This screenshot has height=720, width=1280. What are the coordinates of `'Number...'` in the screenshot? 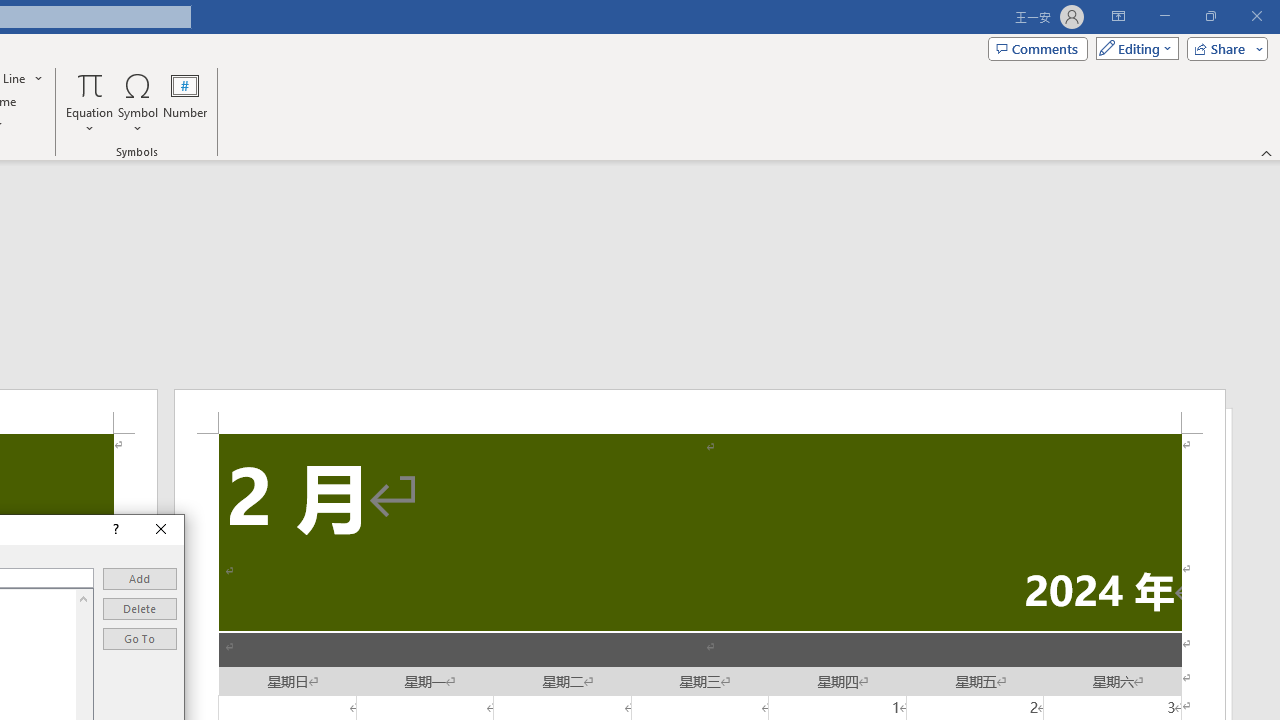 It's located at (185, 103).